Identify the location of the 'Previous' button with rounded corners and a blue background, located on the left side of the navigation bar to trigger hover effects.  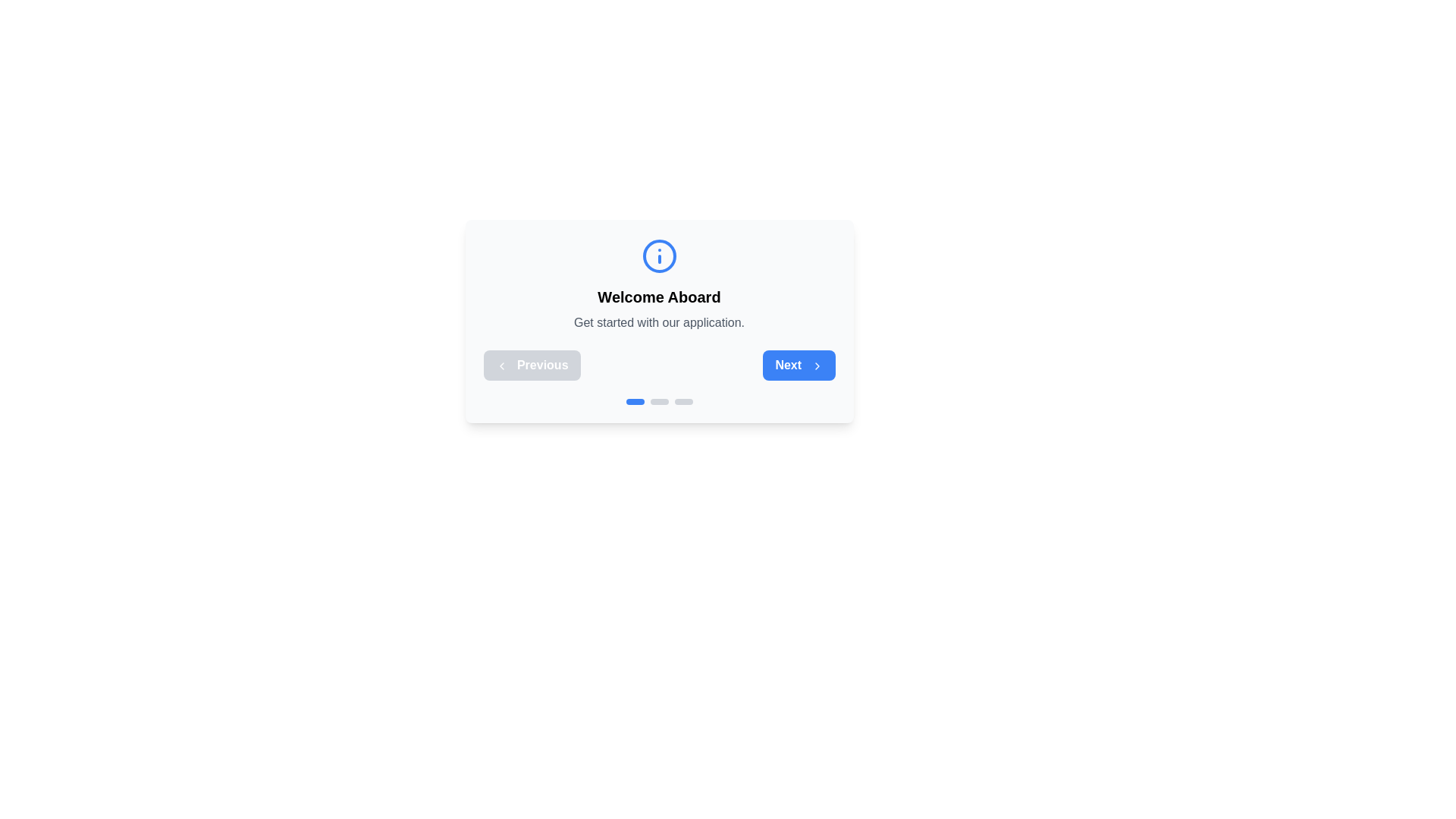
(532, 366).